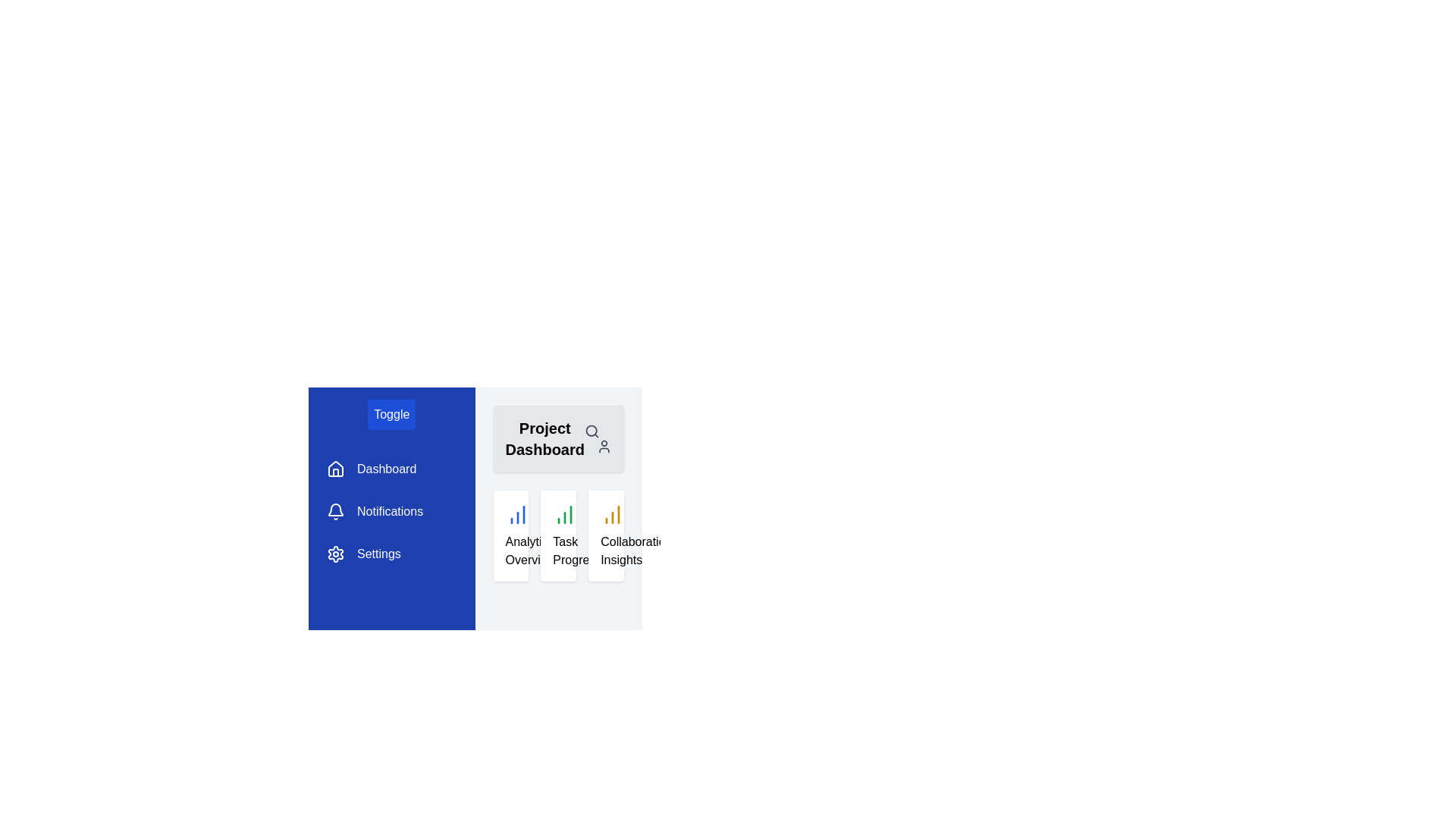  What do you see at coordinates (591, 431) in the screenshot?
I see `the central circular vector shape of the search icon, which is styled in neutral gray and is part of a magnifying glass representation` at bounding box center [591, 431].